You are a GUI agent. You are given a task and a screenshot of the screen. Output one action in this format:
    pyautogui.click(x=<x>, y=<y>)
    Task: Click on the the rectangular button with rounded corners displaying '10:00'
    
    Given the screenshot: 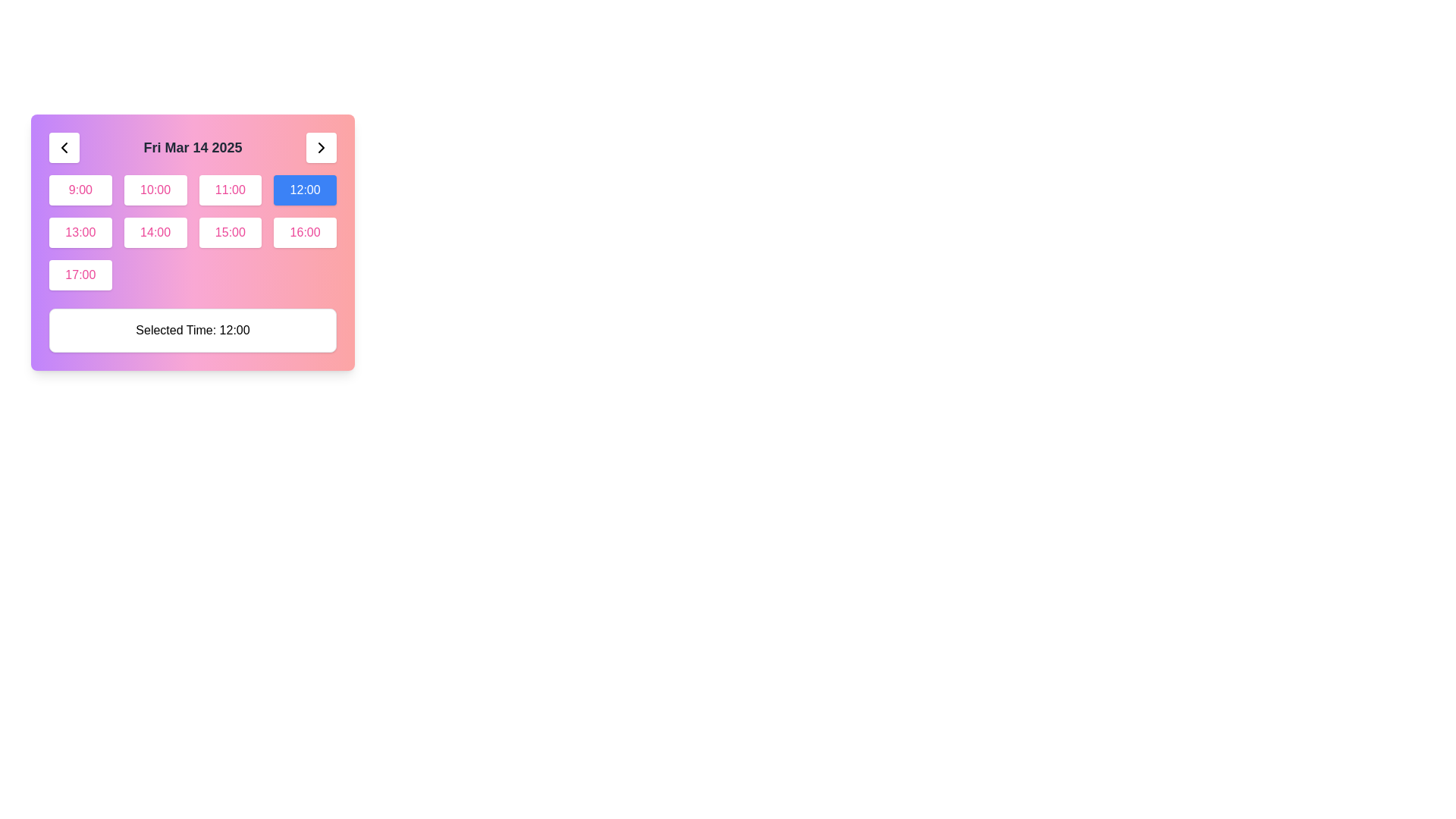 What is the action you would take?
    pyautogui.click(x=155, y=189)
    